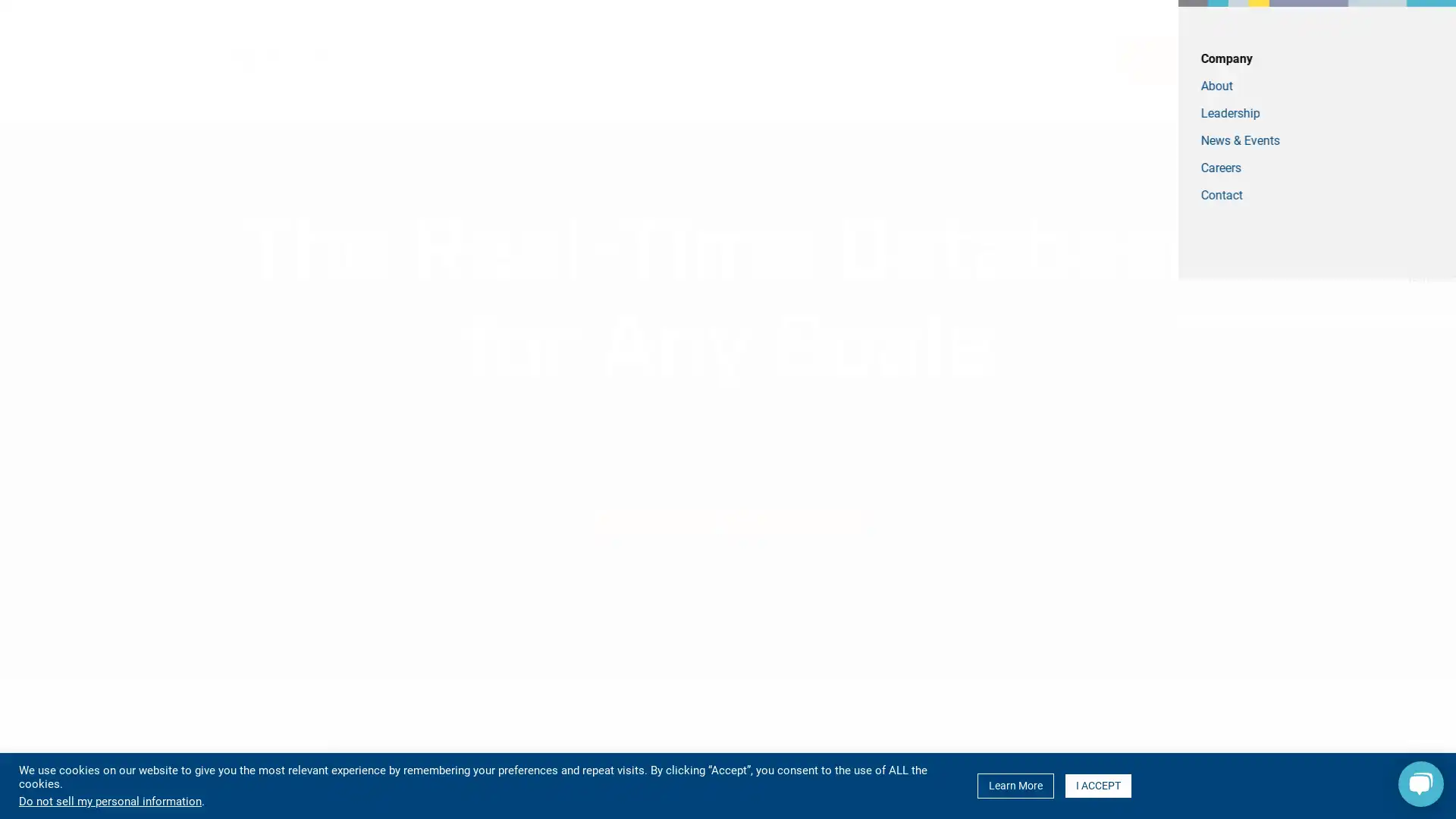 This screenshot has width=1456, height=819. What do you see at coordinates (1098, 785) in the screenshot?
I see `I ACCEPT` at bounding box center [1098, 785].